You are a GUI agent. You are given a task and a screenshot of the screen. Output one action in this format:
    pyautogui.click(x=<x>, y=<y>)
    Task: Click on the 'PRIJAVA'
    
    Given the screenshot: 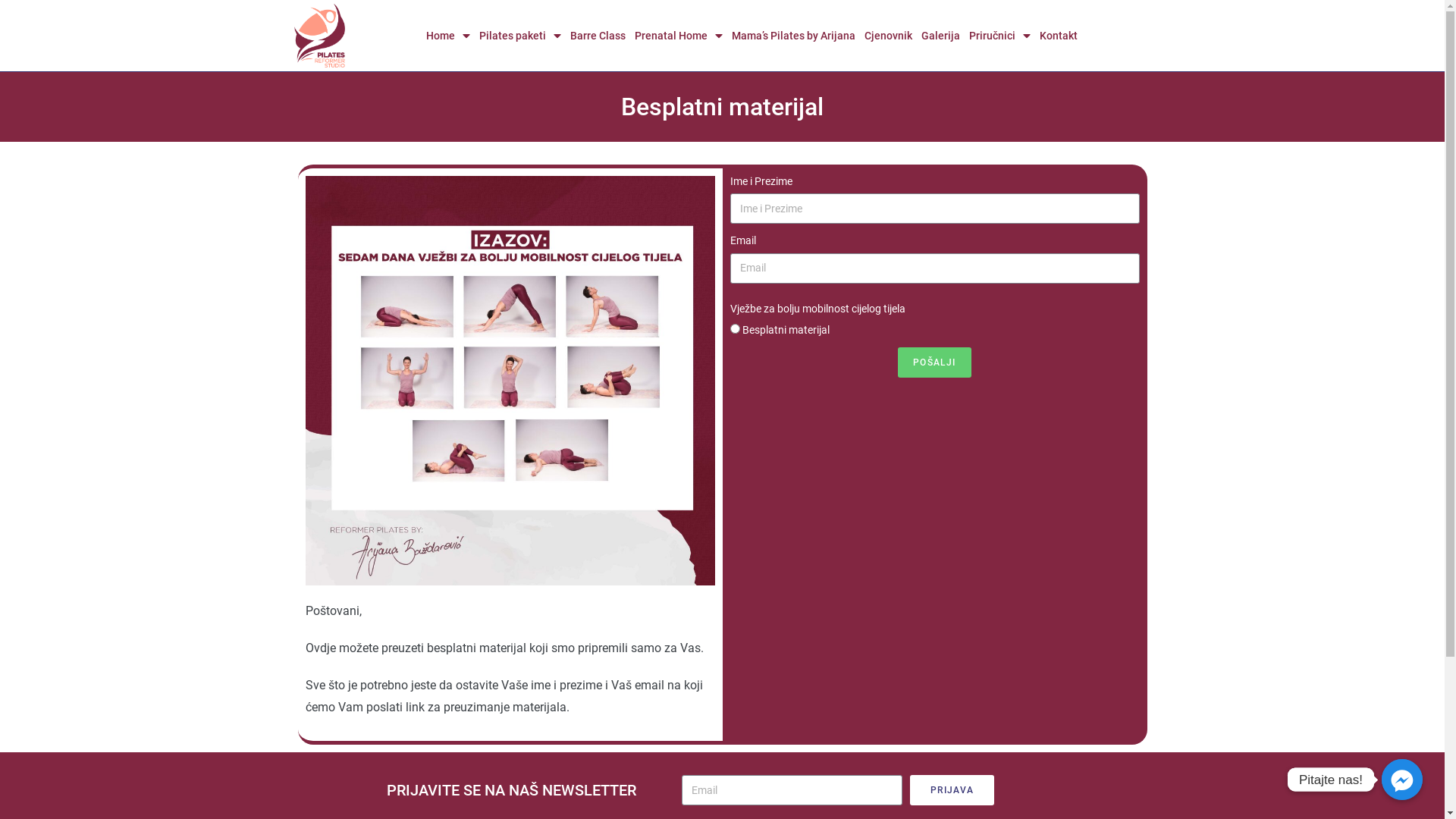 What is the action you would take?
    pyautogui.click(x=910, y=789)
    